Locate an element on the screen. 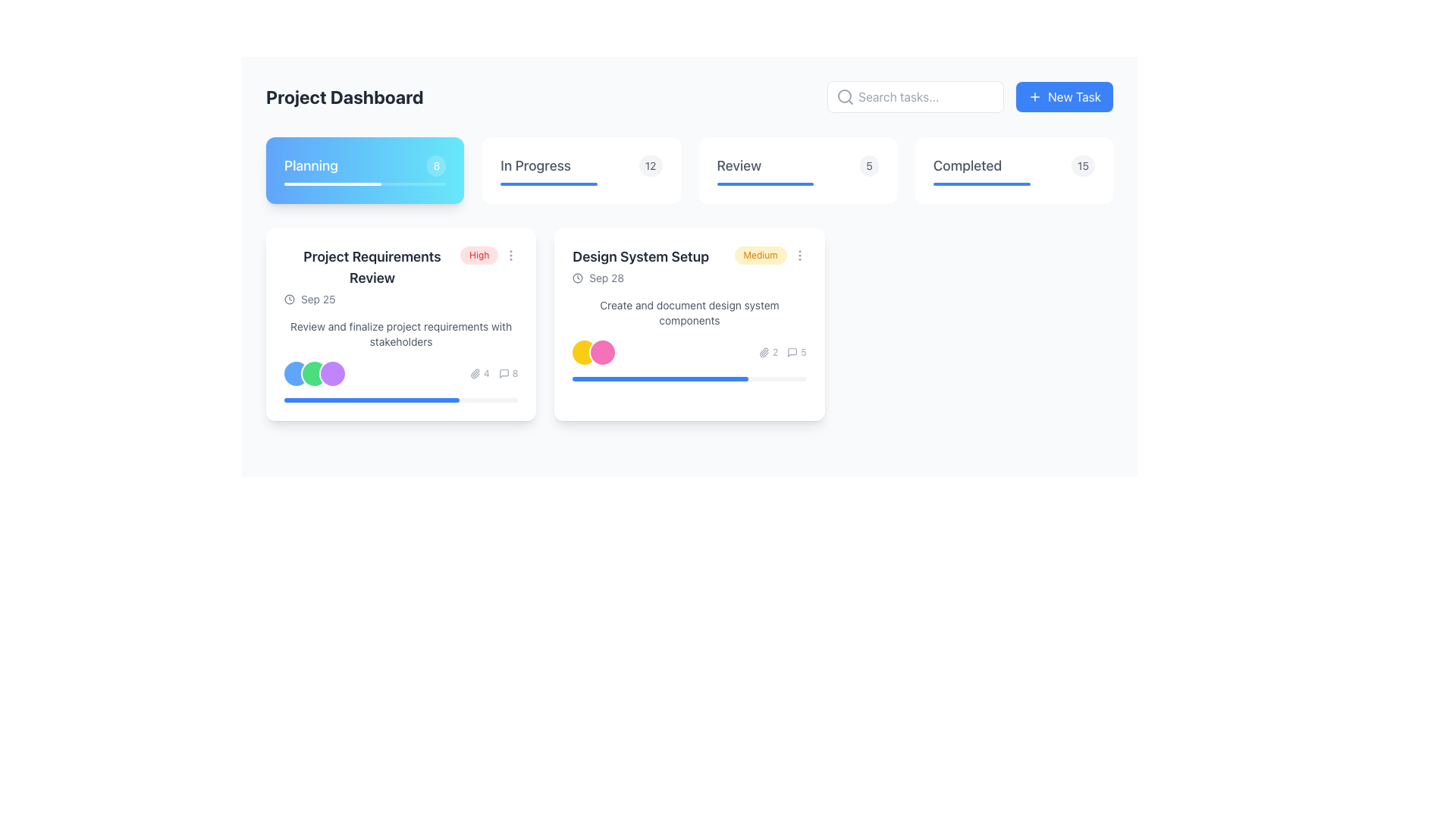 The image size is (1456, 819). number displayed on the Badge representing the count of tasks in the 'In Progress' category, located to the right of the 'In Progress' label is located at coordinates (651, 166).